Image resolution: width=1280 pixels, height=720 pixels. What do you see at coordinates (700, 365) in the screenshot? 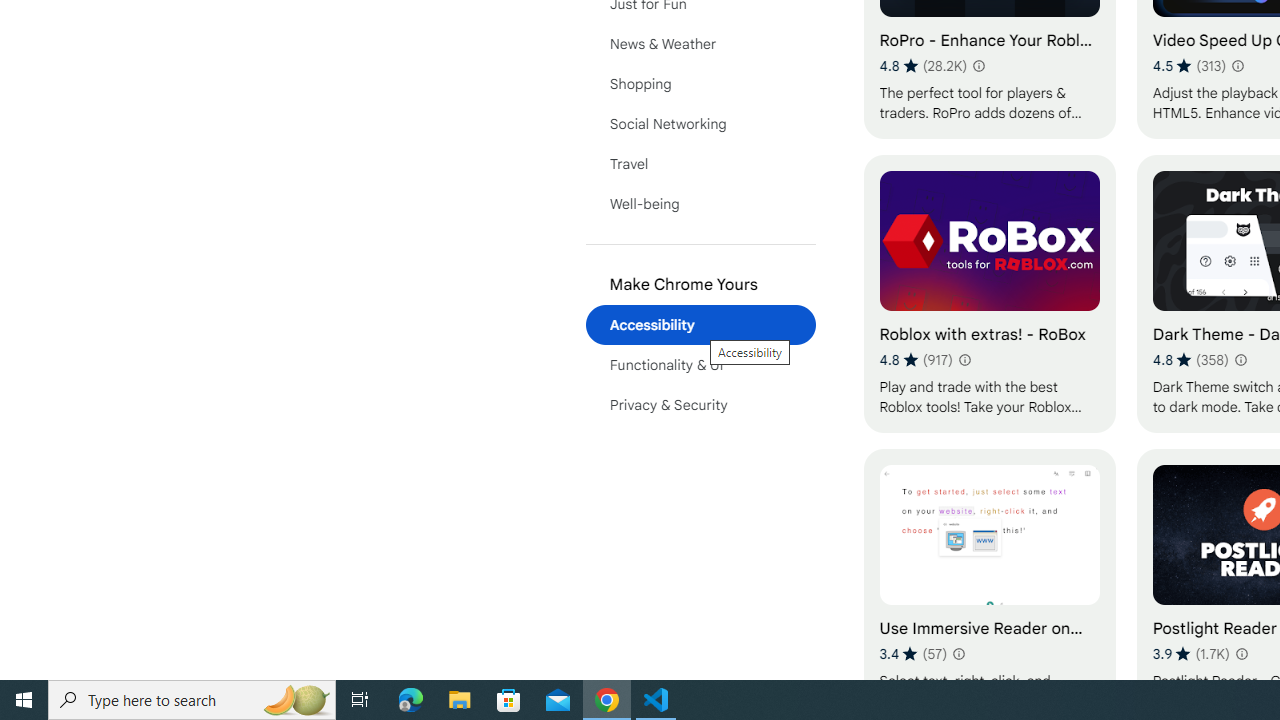
I see `'Functionality & UI'` at bounding box center [700, 365].